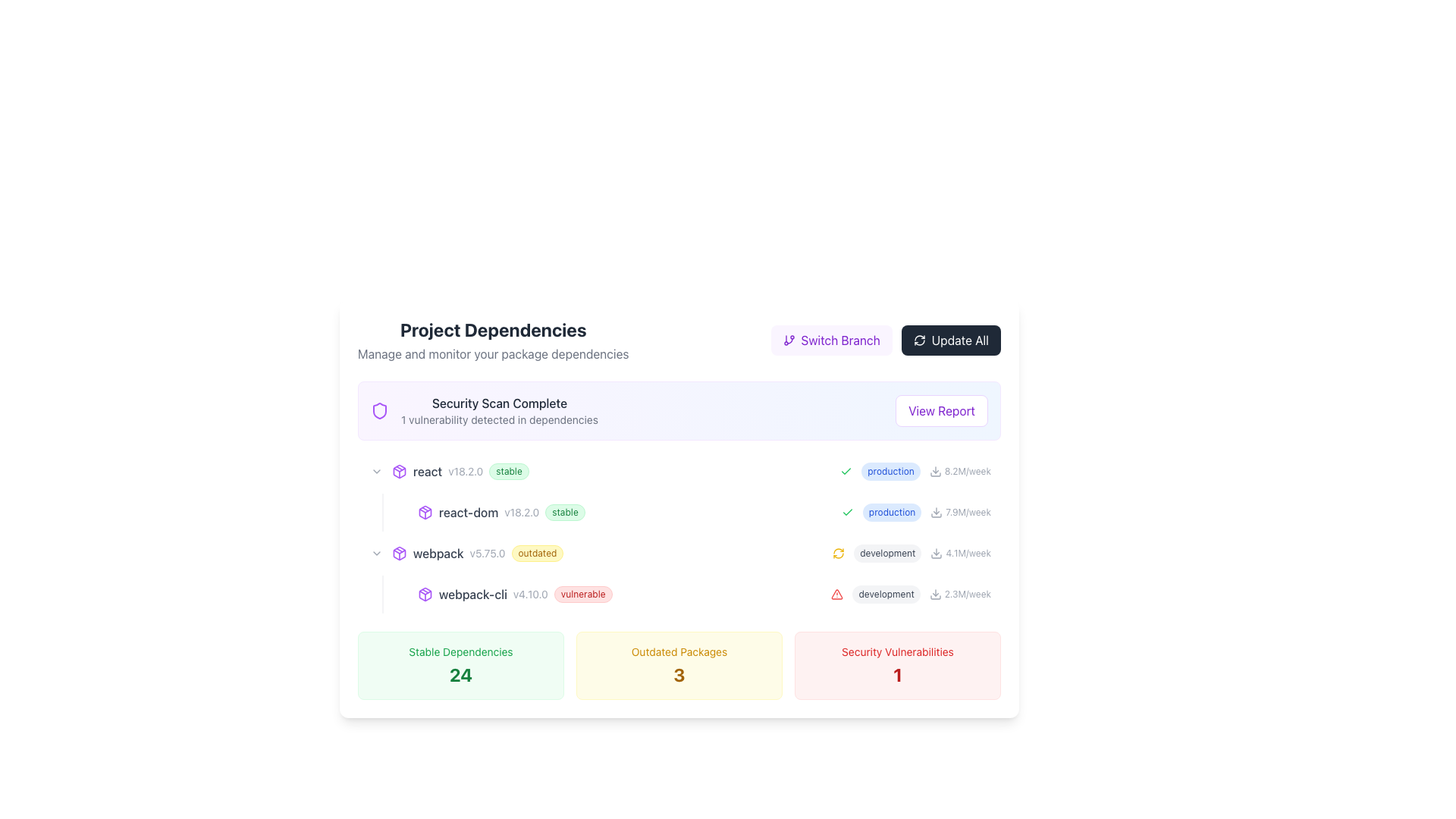  What do you see at coordinates (968, 553) in the screenshot?
I see `the text label '4.1M/week' rendered in gray font, located in the third row of the main content table, next to the text 'development' and to the right of a small download icon` at bounding box center [968, 553].